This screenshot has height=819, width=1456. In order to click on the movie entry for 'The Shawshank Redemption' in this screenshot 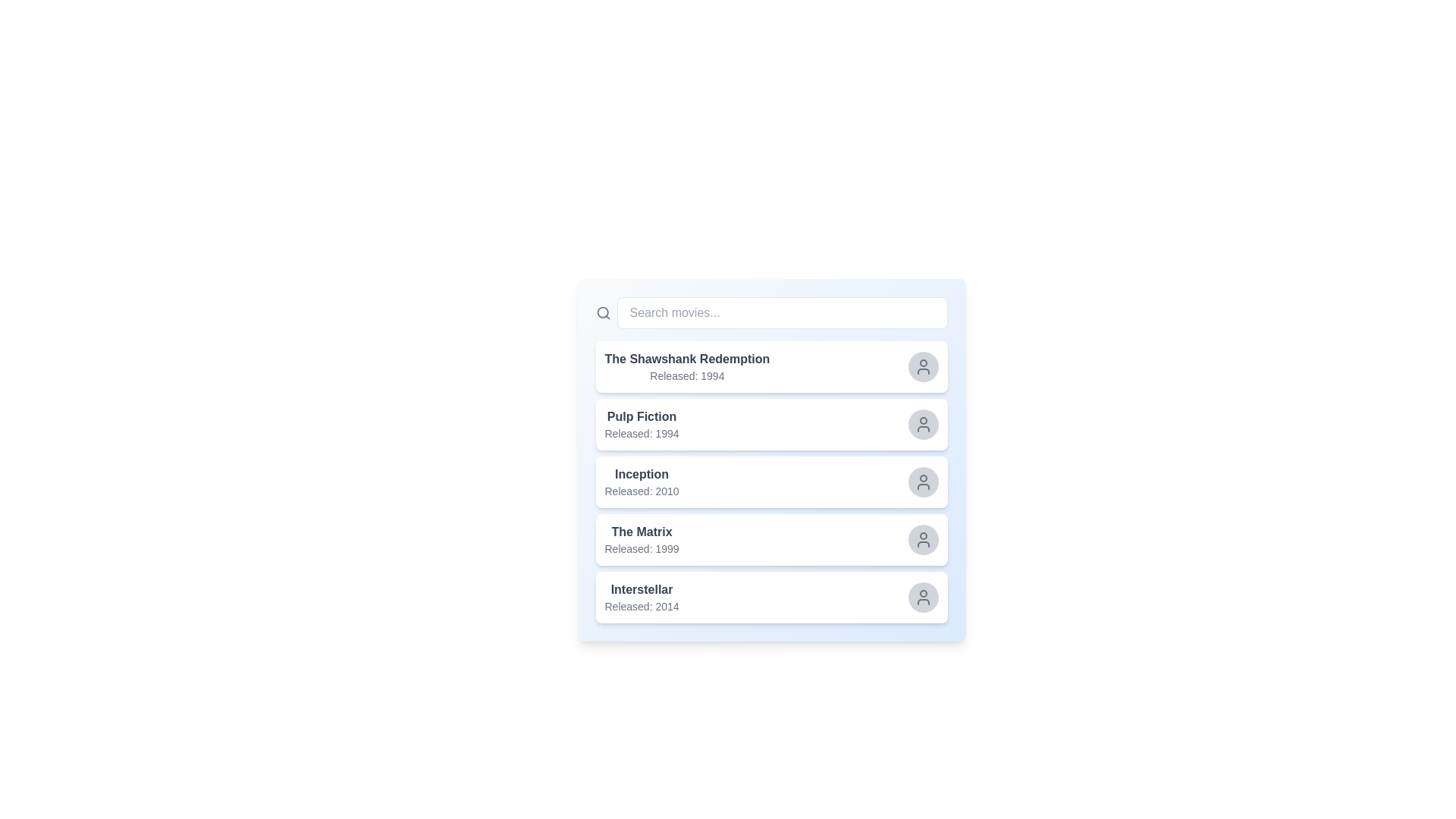, I will do `click(771, 366)`.